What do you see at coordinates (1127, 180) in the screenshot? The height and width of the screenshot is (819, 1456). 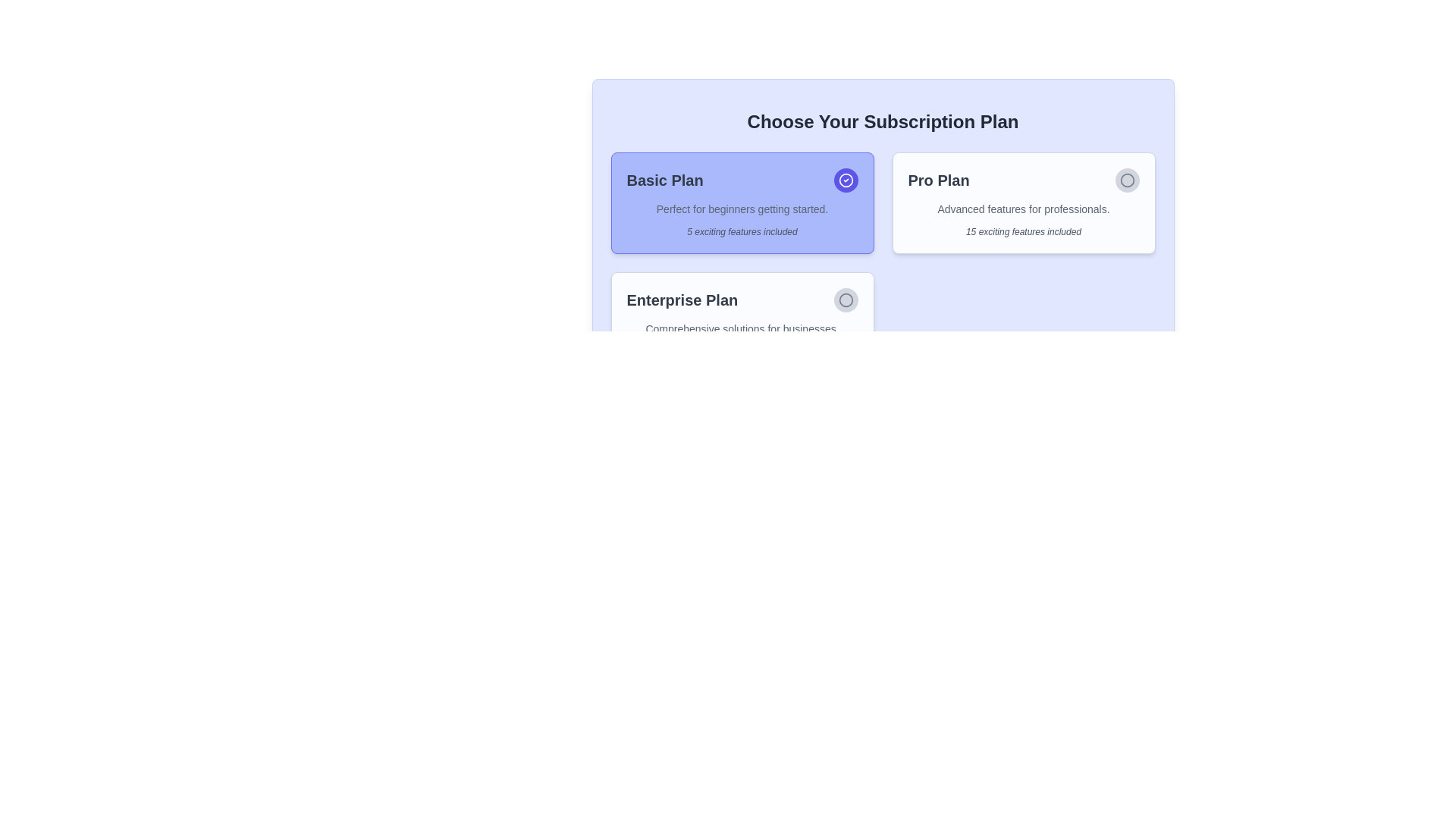 I see `the circular SVG icon with a gray stroke, located in the top-right of the 'Pro Plan' section in the subscription selection interface` at bounding box center [1127, 180].